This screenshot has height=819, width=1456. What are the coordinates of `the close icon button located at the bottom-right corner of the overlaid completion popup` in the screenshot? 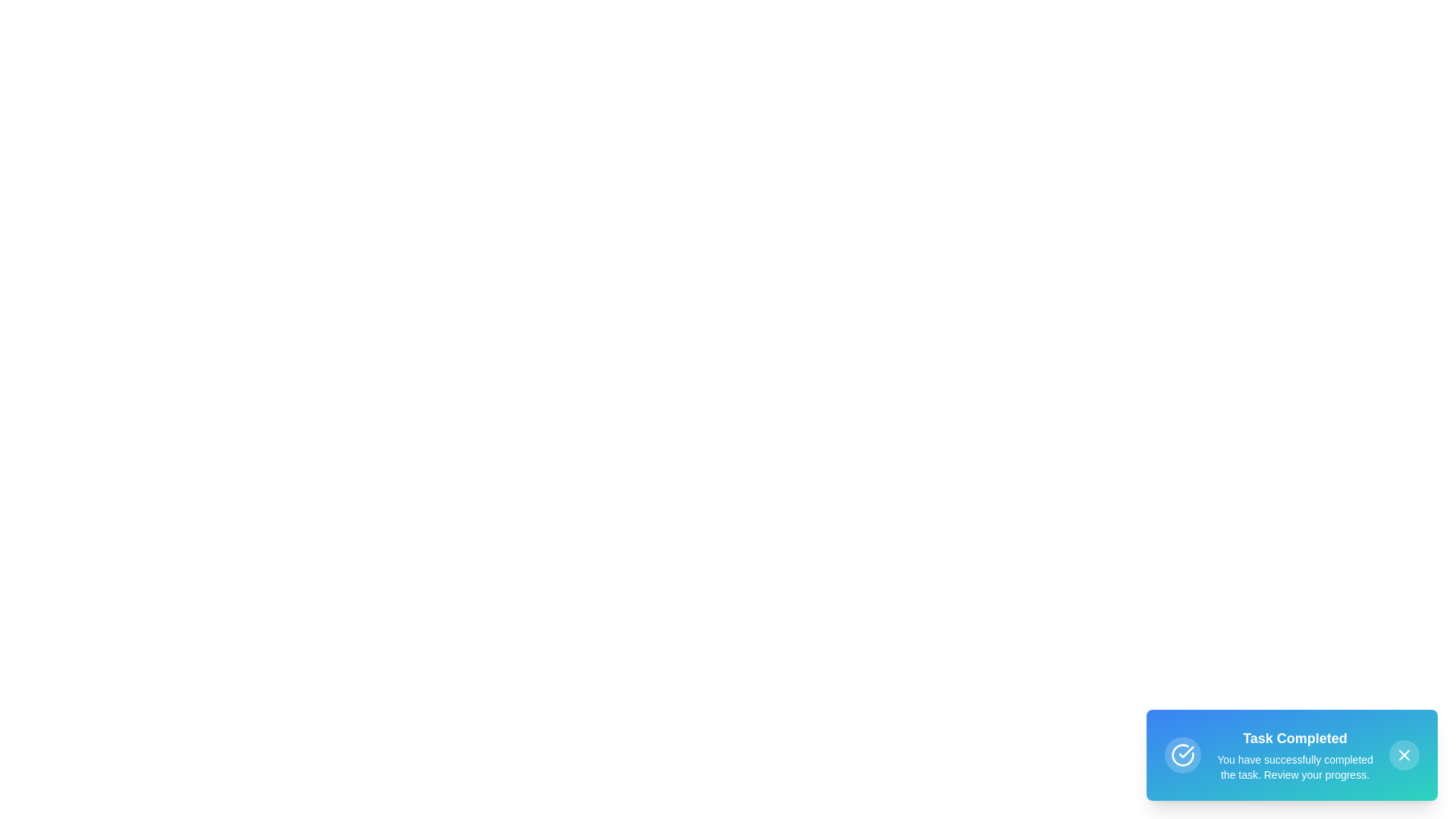 It's located at (1404, 755).